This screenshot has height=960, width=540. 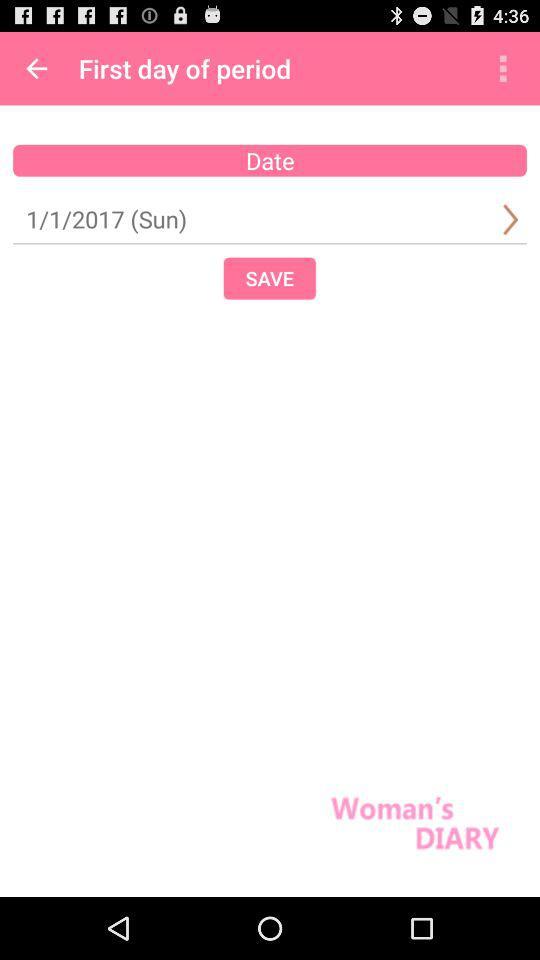 I want to click on item above date icon, so click(x=36, y=68).